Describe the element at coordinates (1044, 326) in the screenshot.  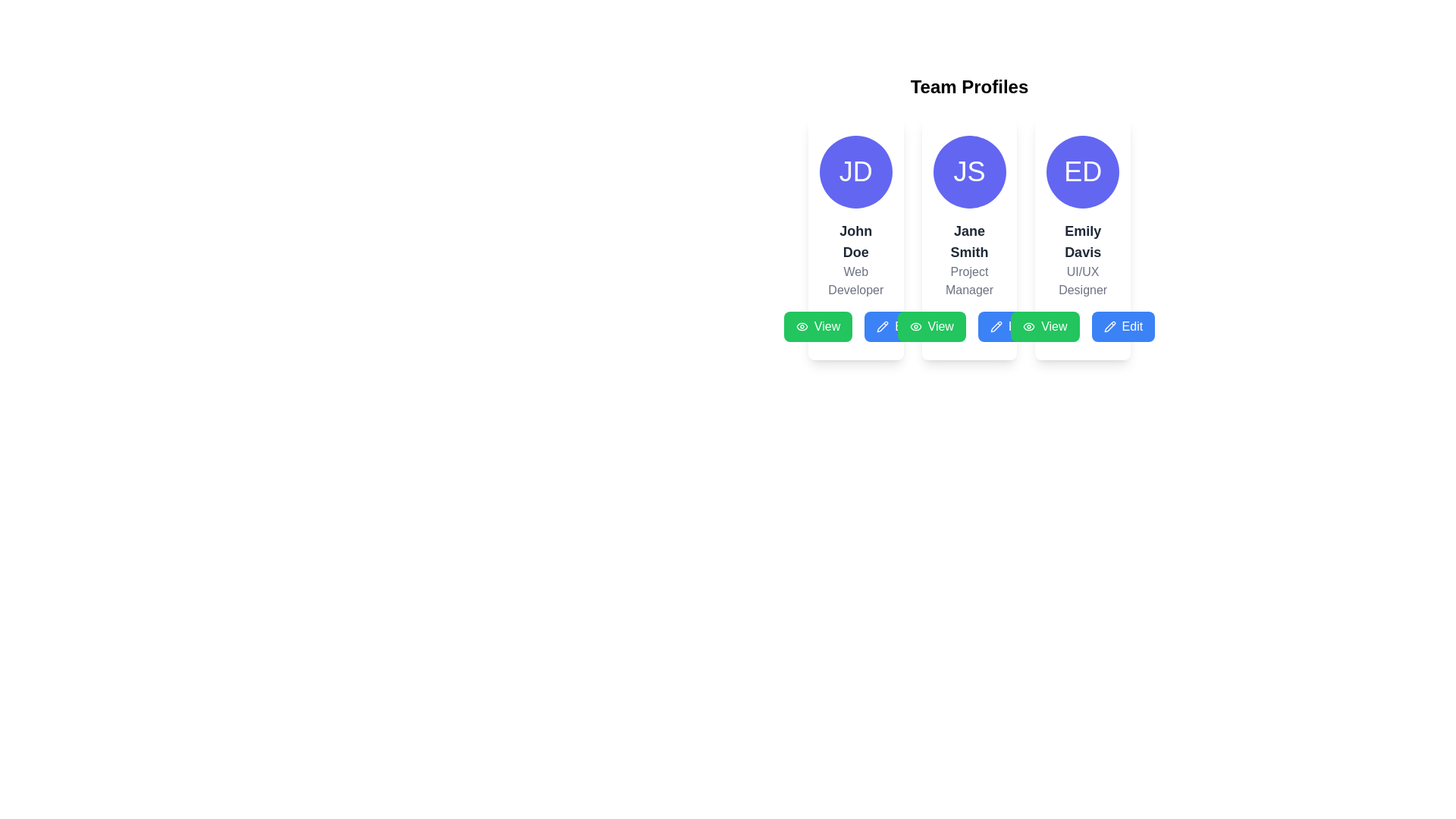
I see `the 'View' button located on the left side of the button set for user 'Emily Davis' to invoke the view functionality` at that location.